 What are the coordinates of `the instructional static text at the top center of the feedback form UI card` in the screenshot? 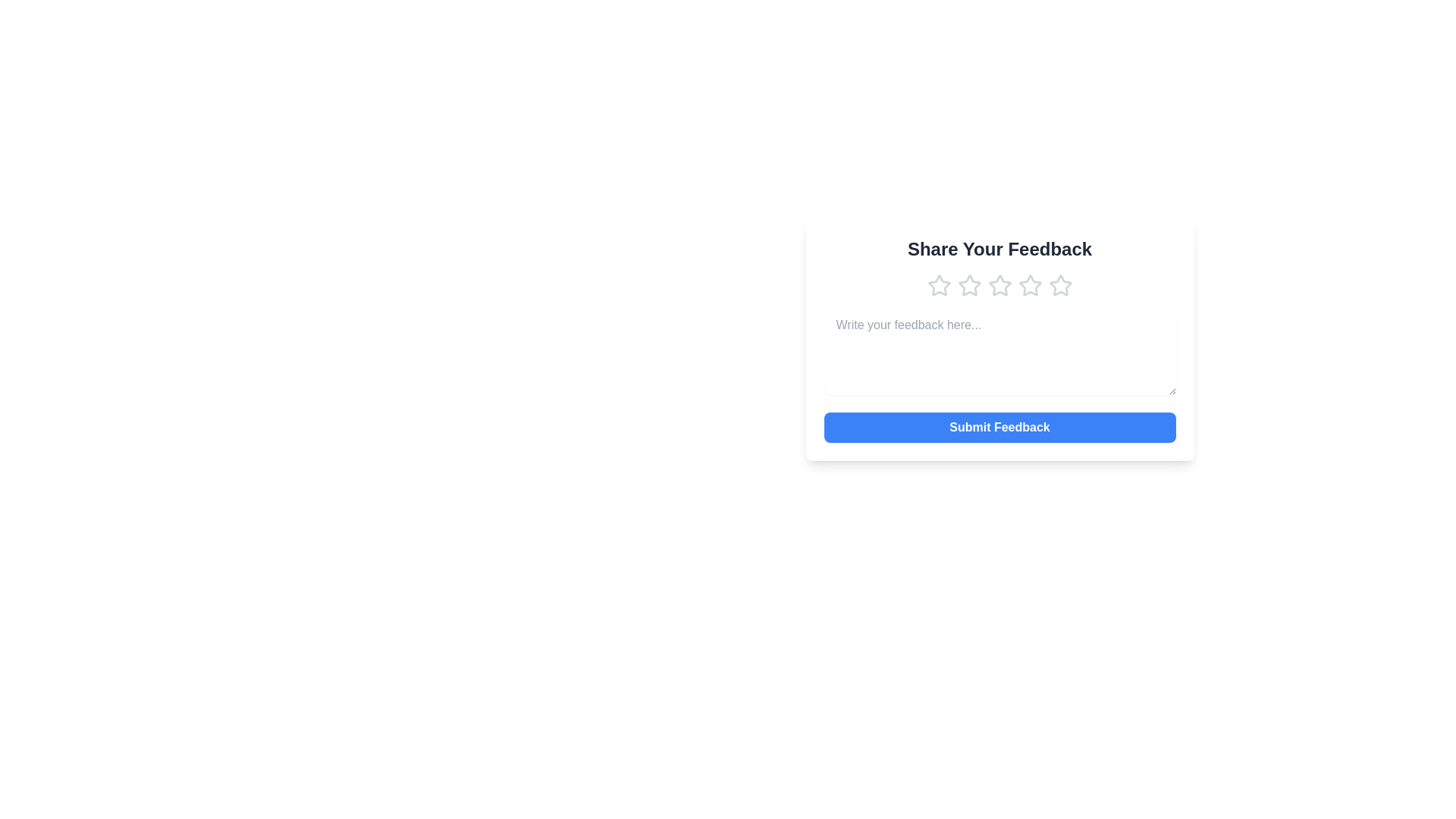 It's located at (999, 248).